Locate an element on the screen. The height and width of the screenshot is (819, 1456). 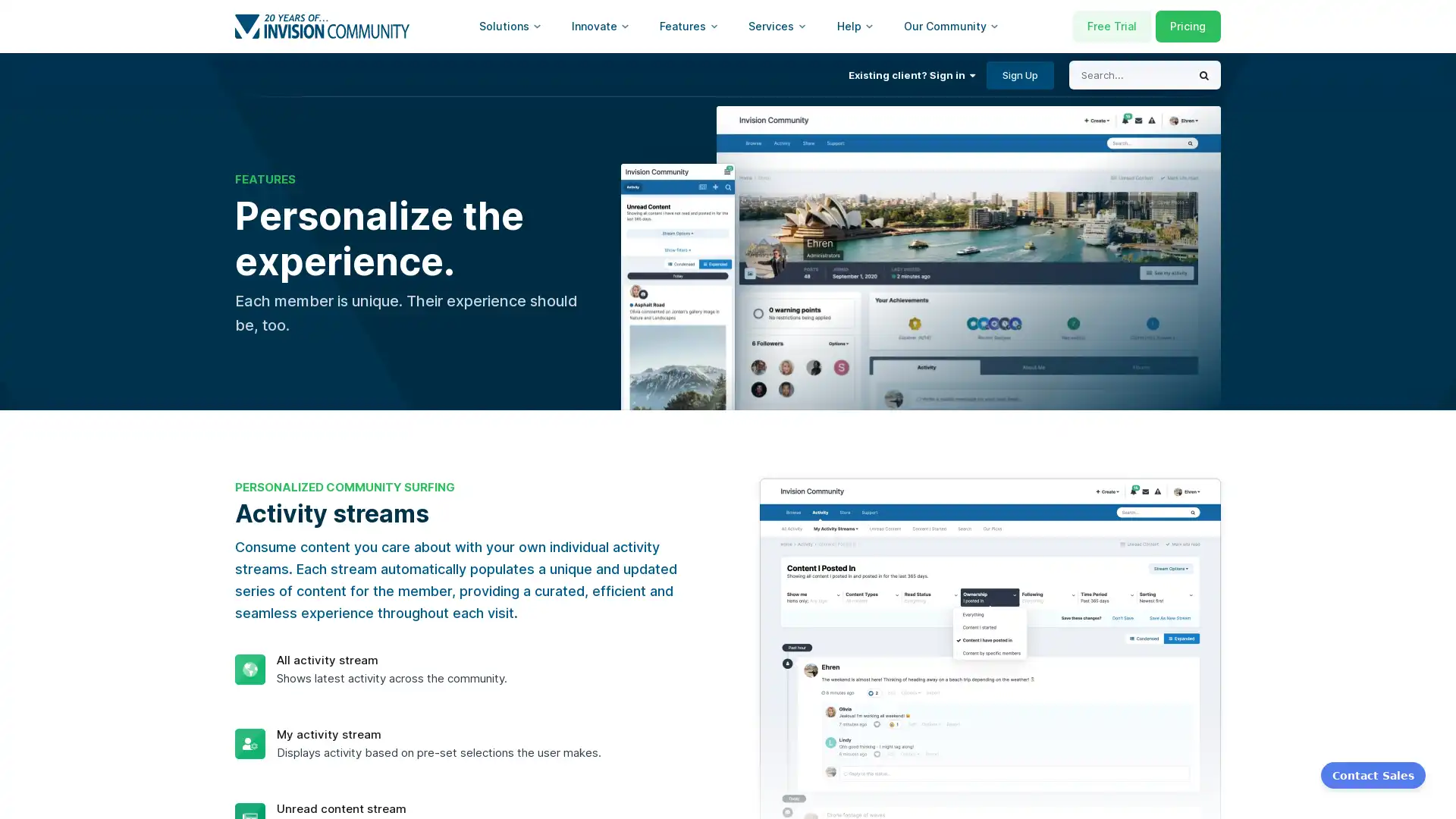
Features is located at coordinates (688, 26).